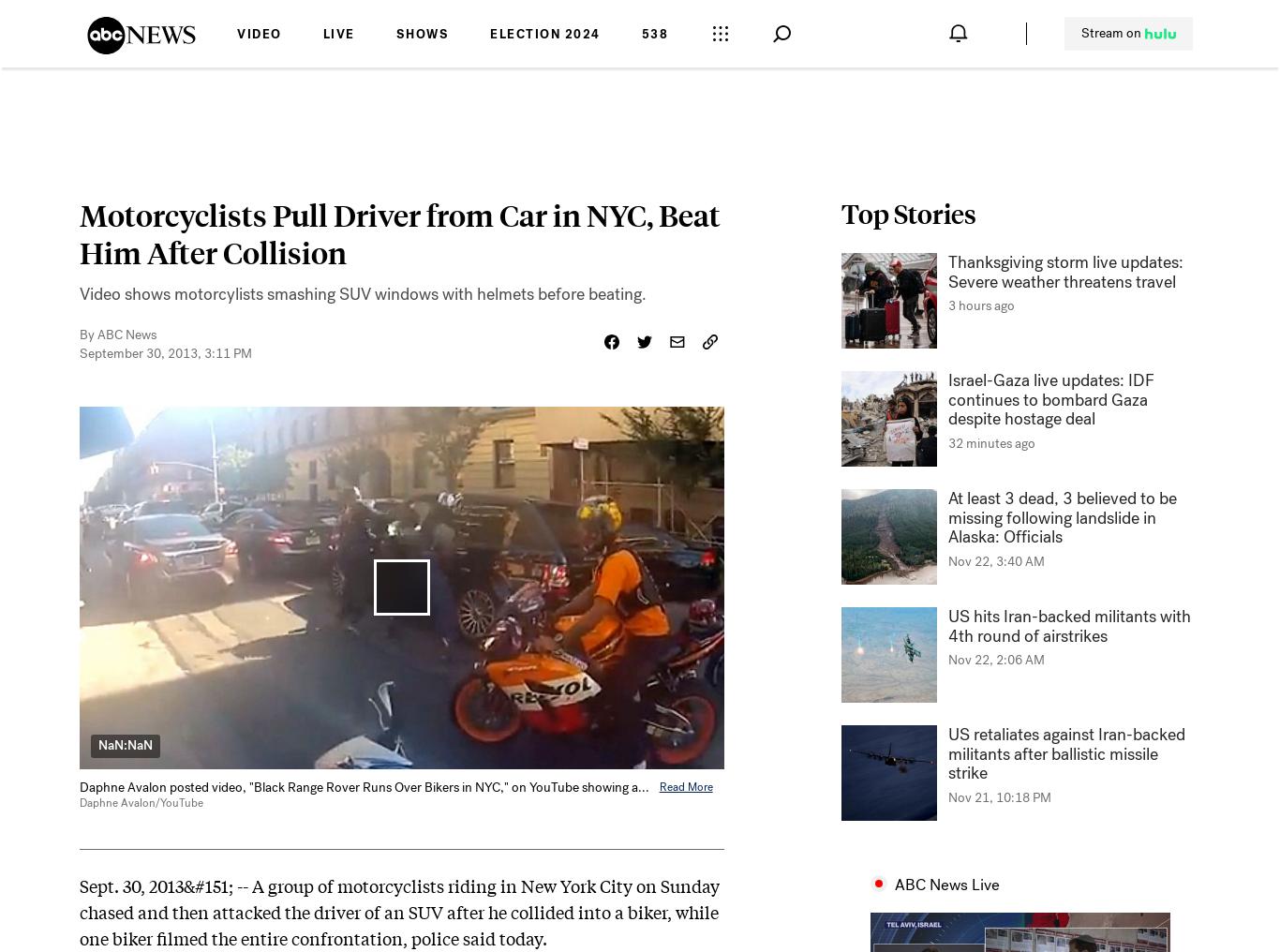  Describe the element at coordinates (1050, 398) in the screenshot. I see `'Israel-Gaza live updates: IDF continues to bombard Gaza despite hostage deal'` at that location.